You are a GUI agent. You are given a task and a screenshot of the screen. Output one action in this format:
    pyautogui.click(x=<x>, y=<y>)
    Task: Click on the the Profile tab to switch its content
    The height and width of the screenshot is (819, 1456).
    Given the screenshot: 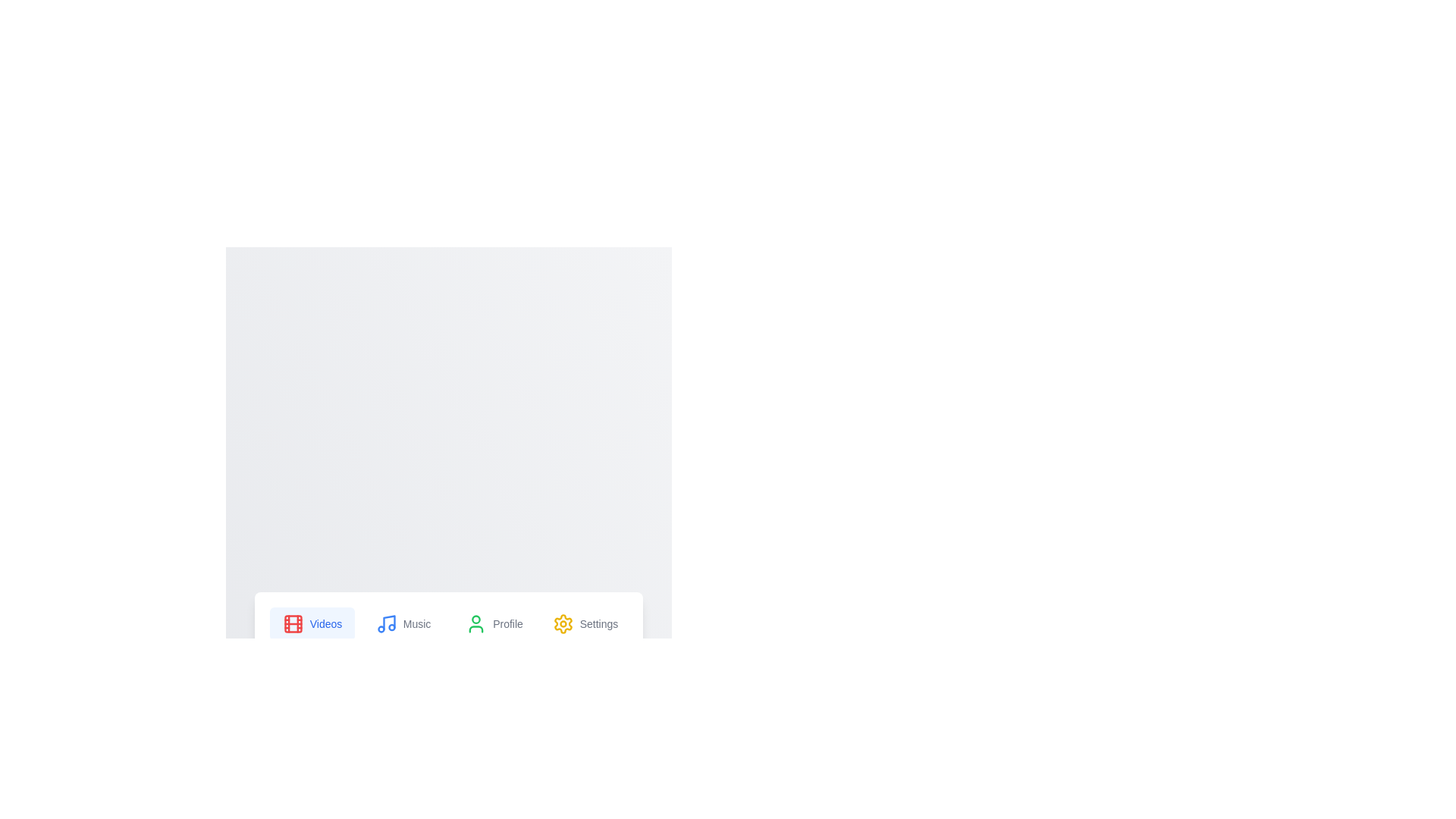 What is the action you would take?
    pyautogui.click(x=494, y=623)
    